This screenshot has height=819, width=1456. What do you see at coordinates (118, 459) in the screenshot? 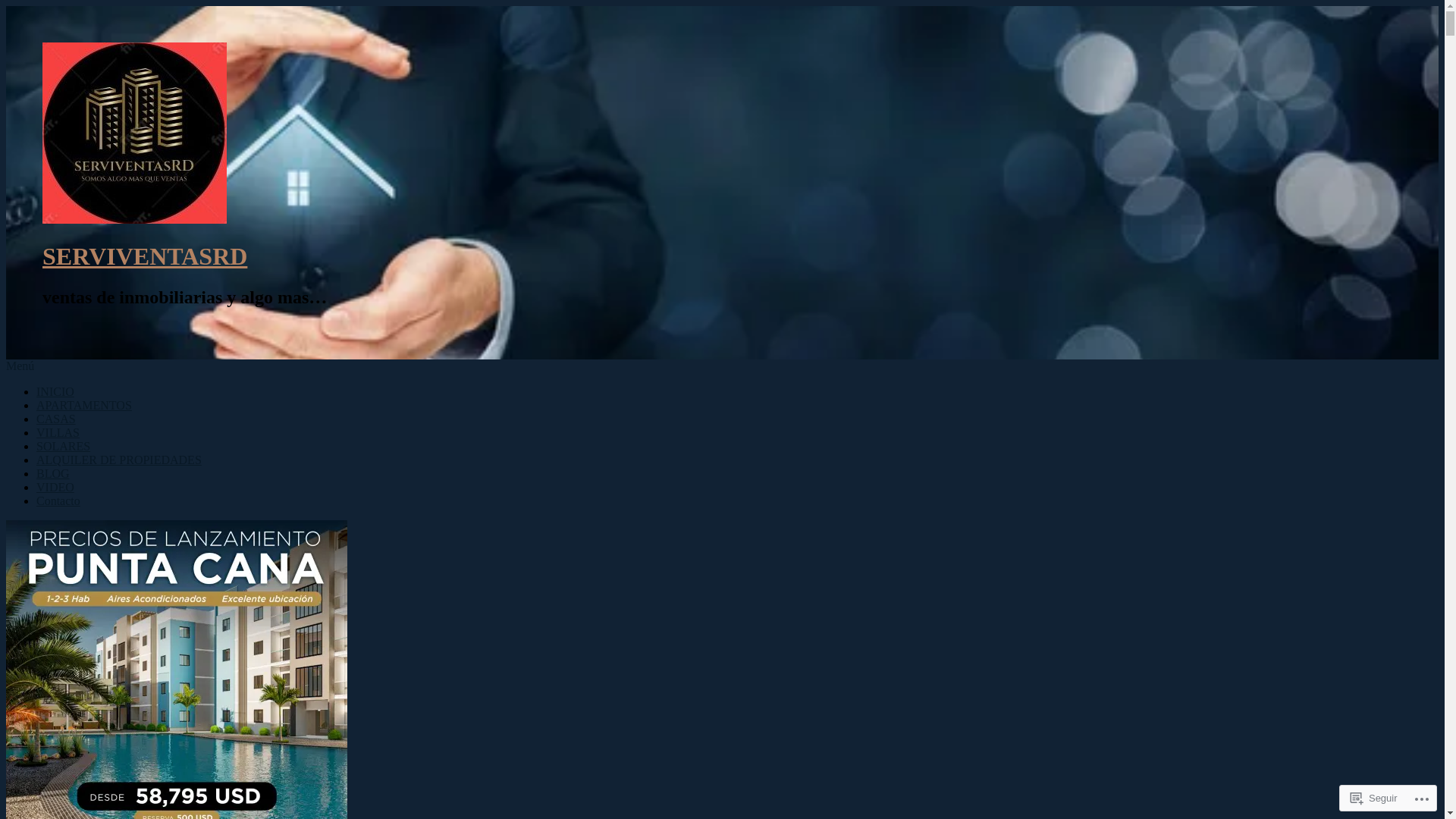
I see `'ALQUILER DE PROPIEDADES'` at bounding box center [118, 459].